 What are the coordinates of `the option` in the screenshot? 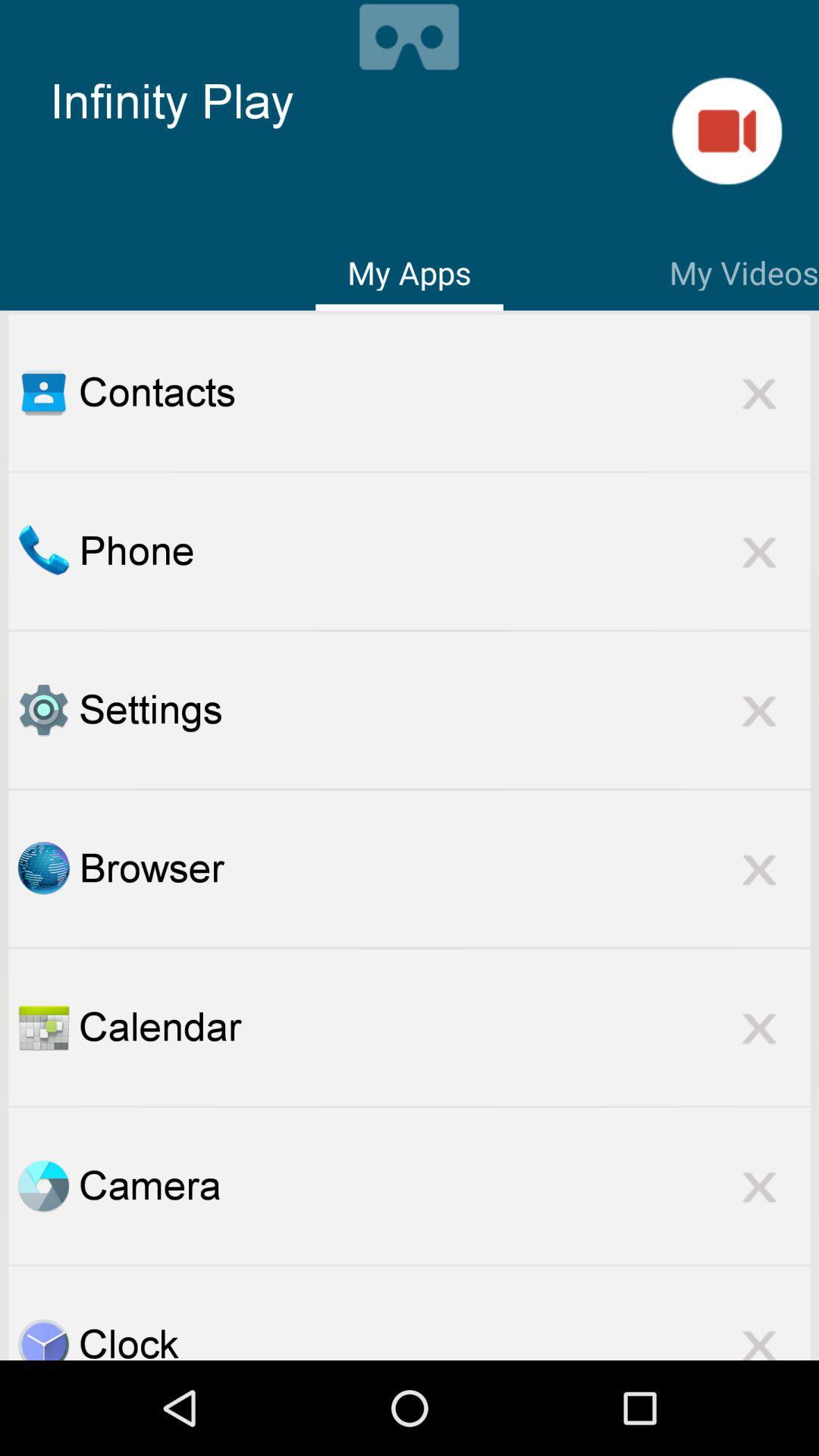 It's located at (759, 1185).